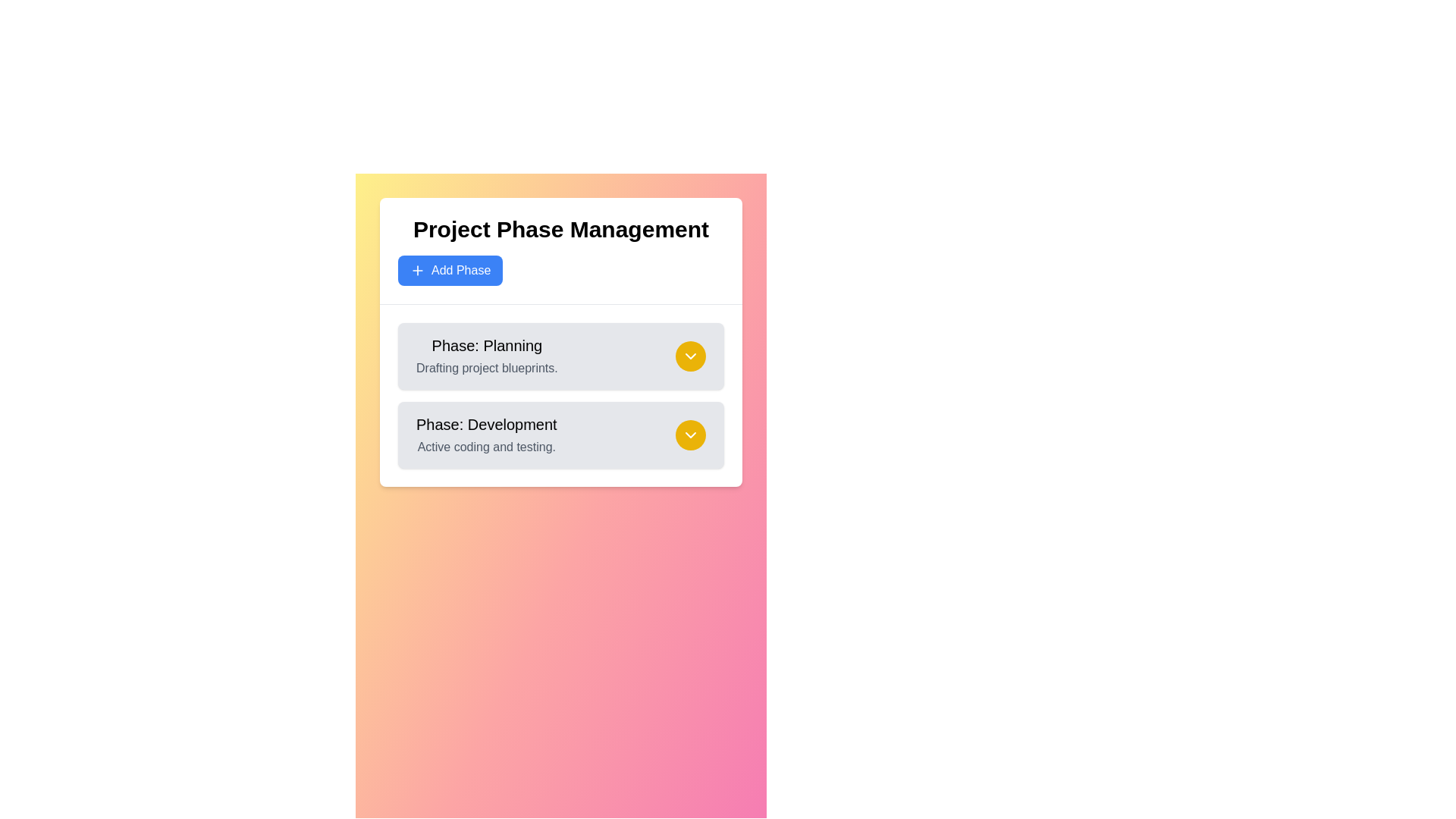 This screenshot has width=1456, height=819. Describe the element at coordinates (487, 356) in the screenshot. I see `the Text label displaying 'Phase: Planning' which includes the description 'Drafting project blueprints.'` at that location.